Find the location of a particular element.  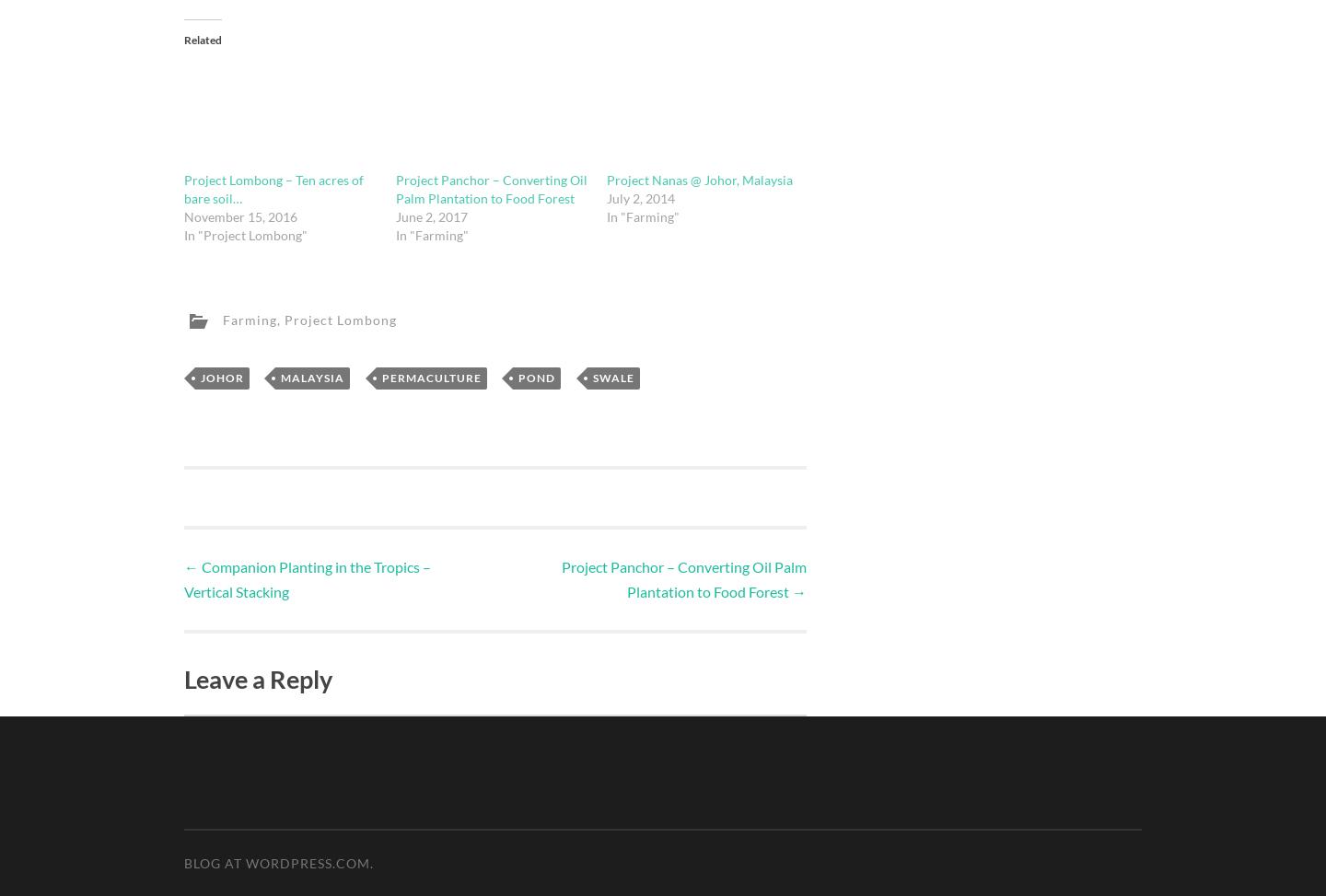

'Related' is located at coordinates (184, 39).